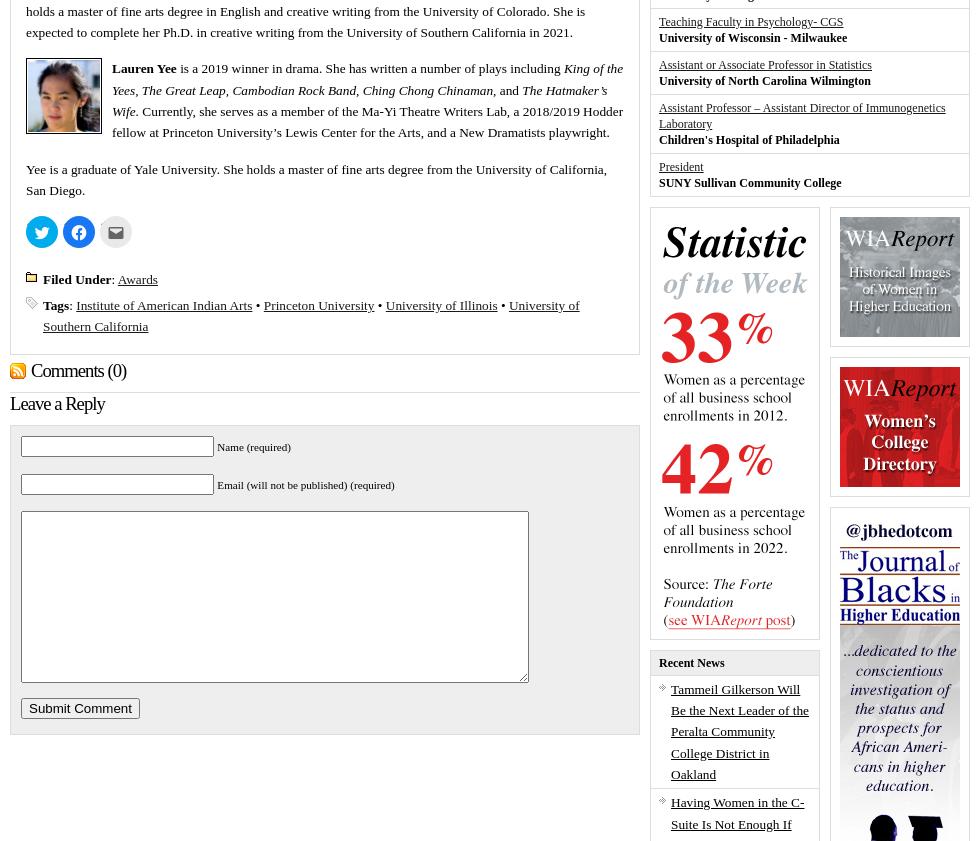 This screenshot has height=841, width=980. What do you see at coordinates (305, 483) in the screenshot?
I see `'Email (will not be published) (required)'` at bounding box center [305, 483].